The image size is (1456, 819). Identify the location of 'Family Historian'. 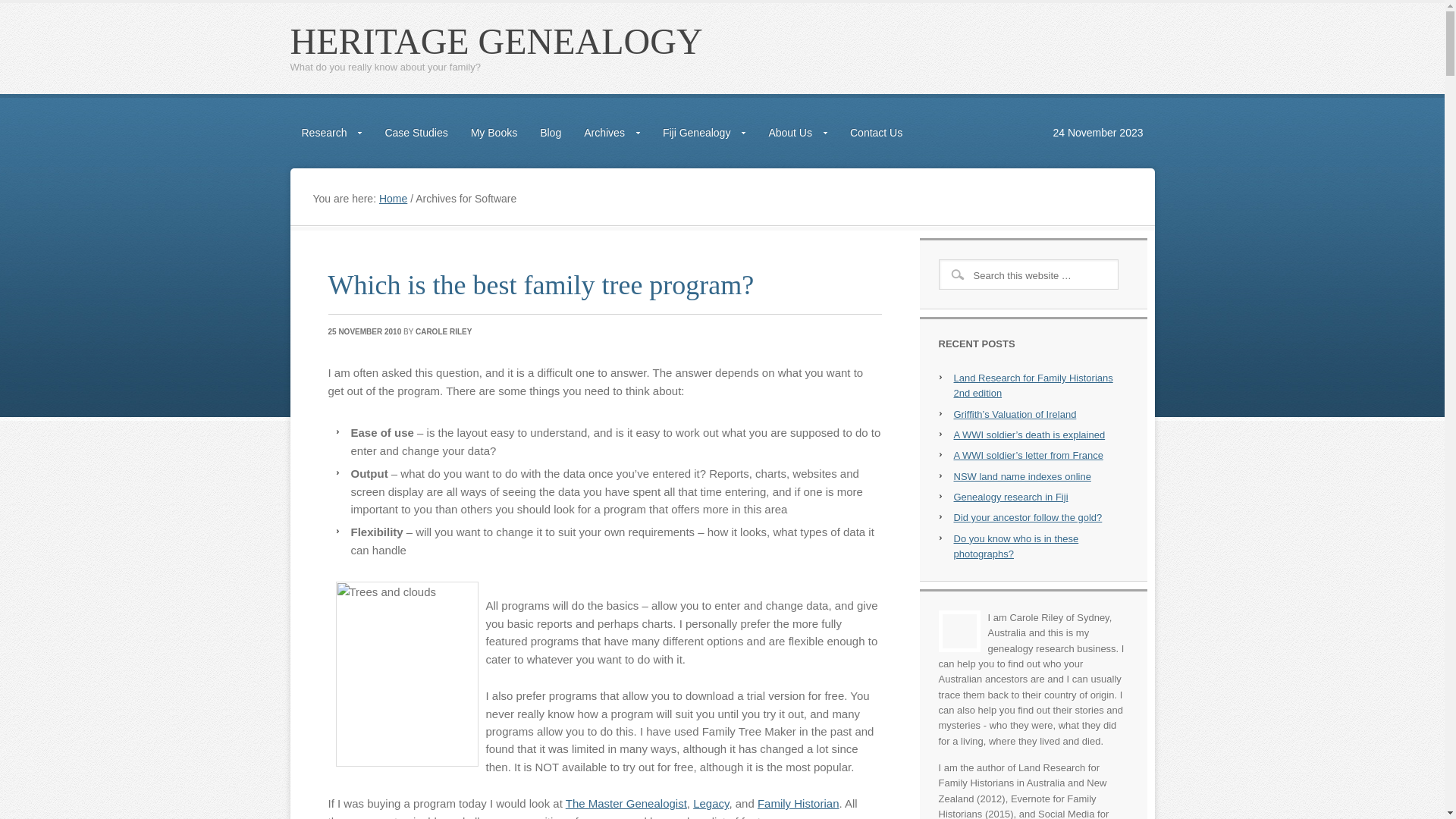
(797, 802).